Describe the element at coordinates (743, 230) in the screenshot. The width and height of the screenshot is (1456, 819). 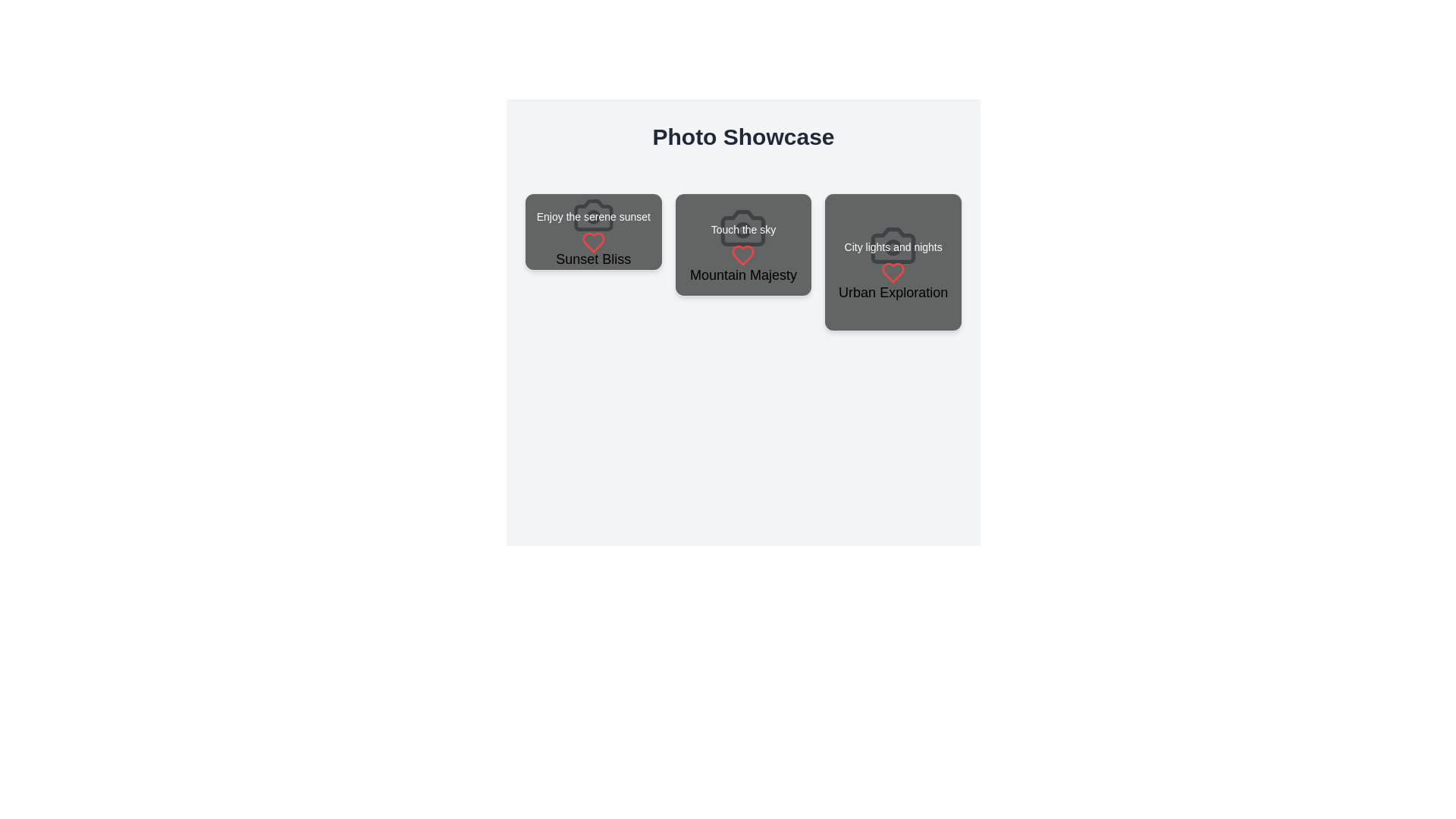
I see `the text label displaying 'Touch the sky' located in the center of the card layout, positioned beneath an icon and above the text 'Mountain Majesty'` at that location.